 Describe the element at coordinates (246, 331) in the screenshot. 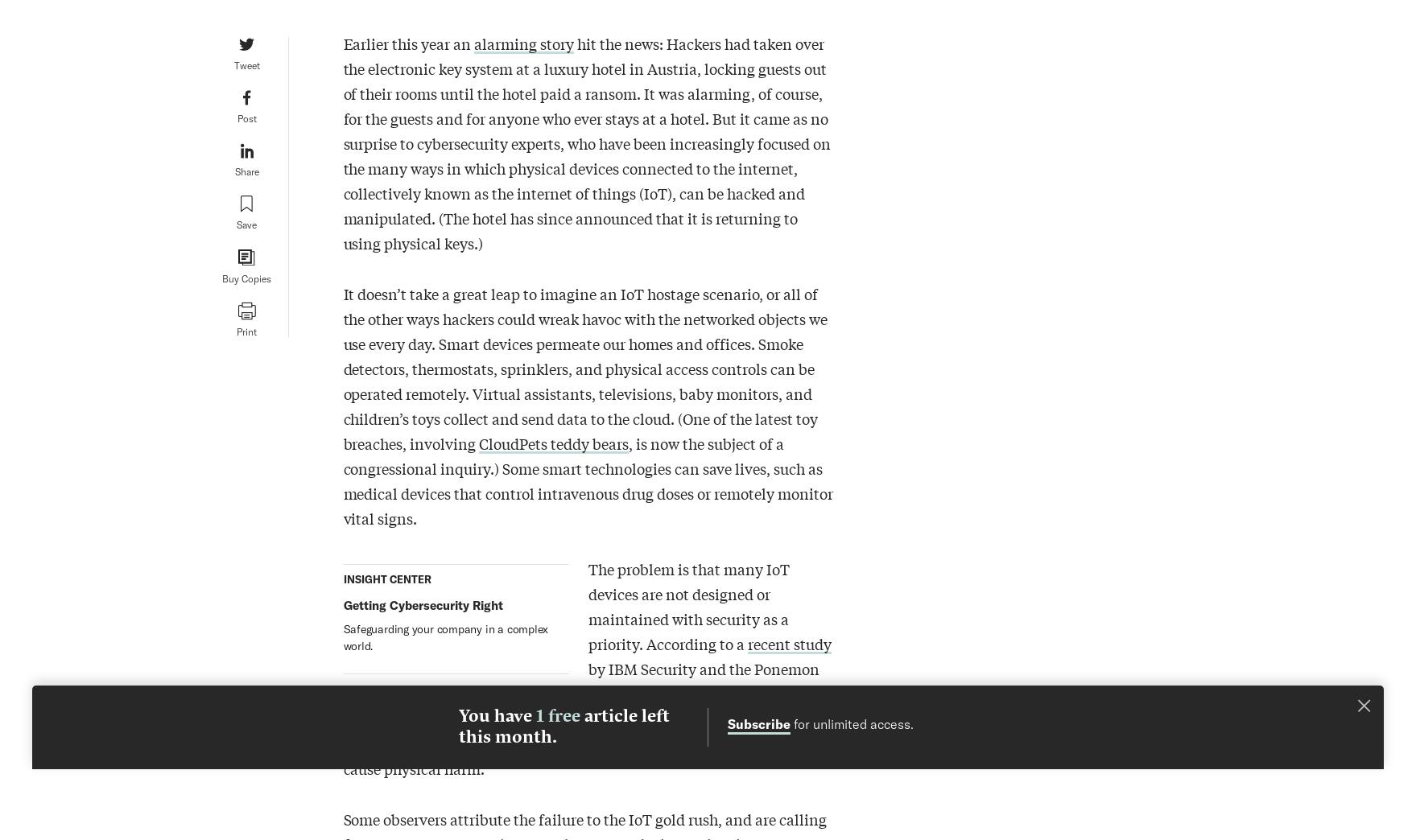

I see `'Print'` at that location.